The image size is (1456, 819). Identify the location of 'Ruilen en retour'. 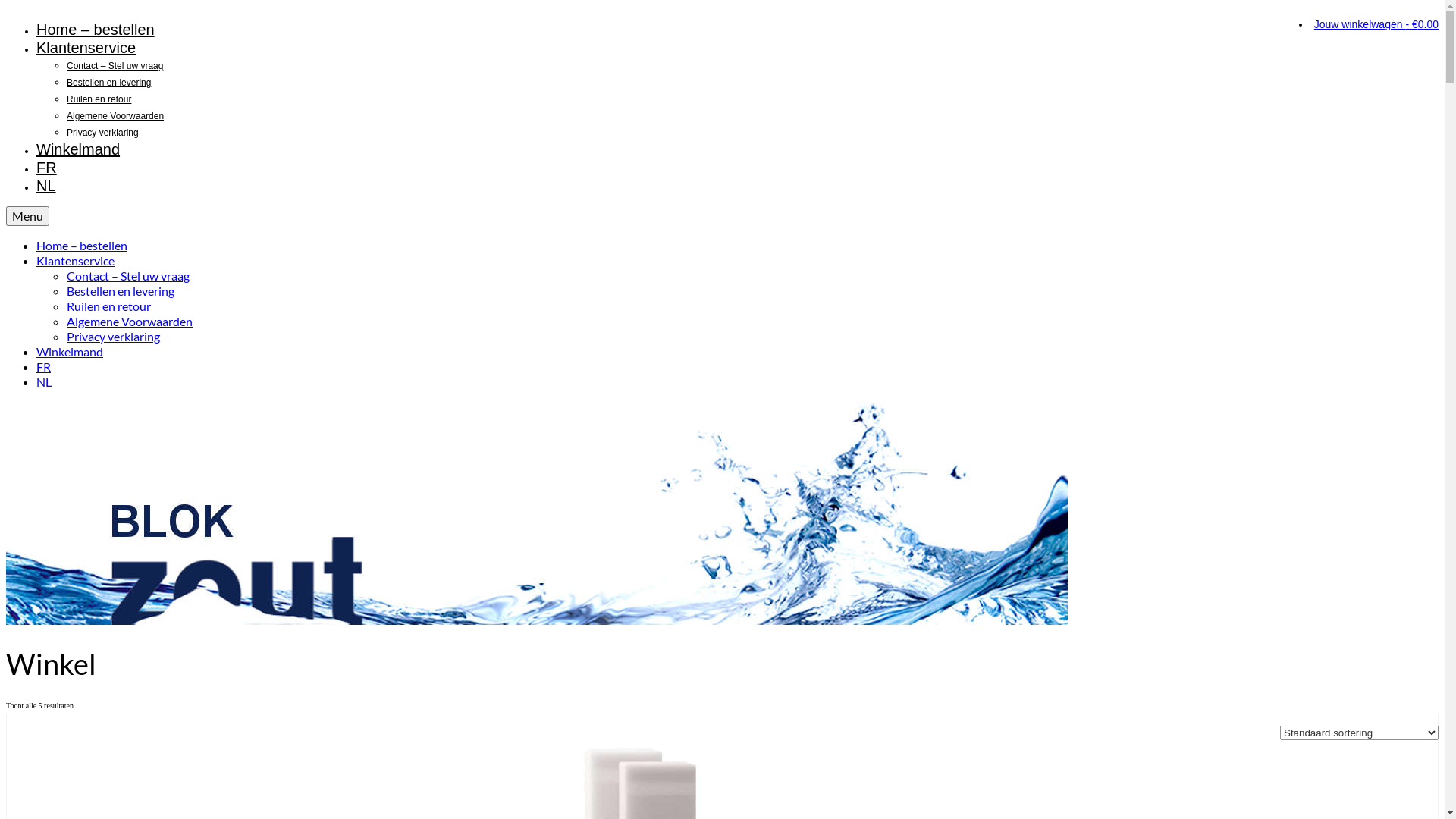
(65, 99).